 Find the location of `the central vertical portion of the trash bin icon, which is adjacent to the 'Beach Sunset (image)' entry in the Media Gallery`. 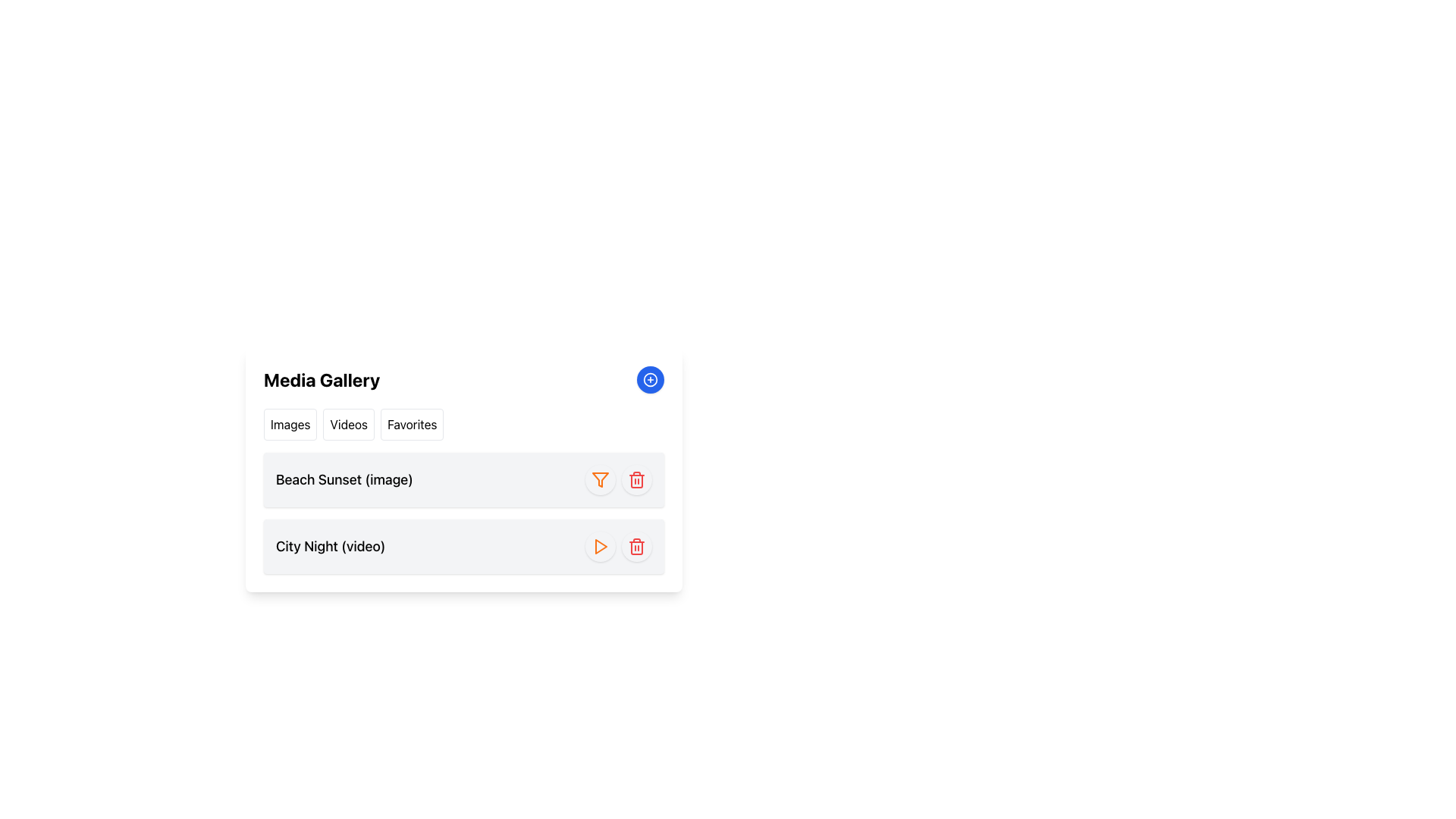

the central vertical portion of the trash bin icon, which is adjacent to the 'Beach Sunset (image)' entry in the Media Gallery is located at coordinates (637, 482).